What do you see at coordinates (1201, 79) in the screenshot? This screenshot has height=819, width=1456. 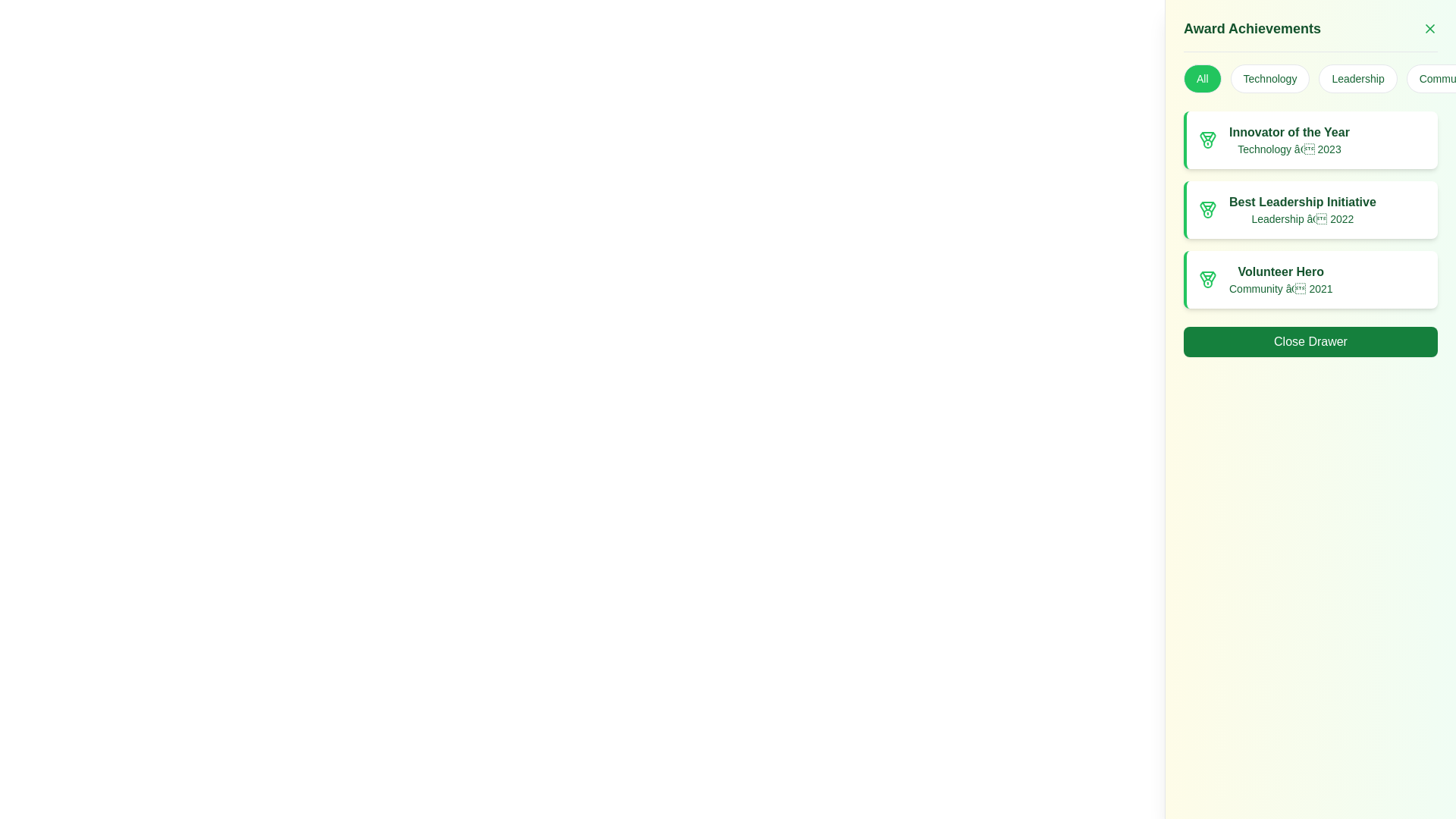 I see `the first button in the horizontal row within the 'Award Achievements' panel` at bounding box center [1201, 79].